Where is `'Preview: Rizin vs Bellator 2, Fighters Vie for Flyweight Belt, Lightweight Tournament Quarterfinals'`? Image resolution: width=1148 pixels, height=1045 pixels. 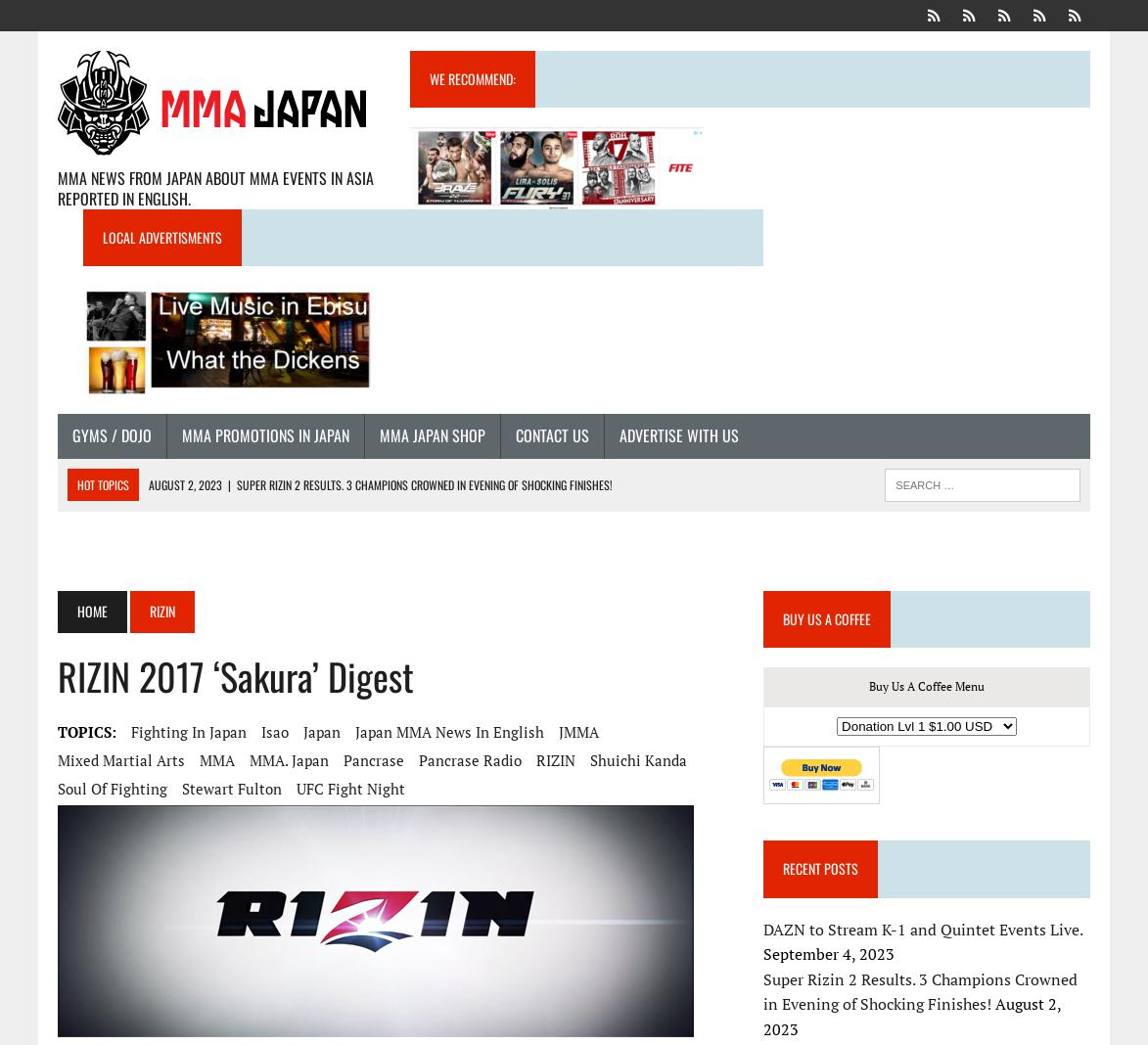 'Preview: Rizin vs Bellator 2, Fighters Vie for Flyweight Belt, Lightweight Tournament Quarterfinals' is located at coordinates (399, 547).